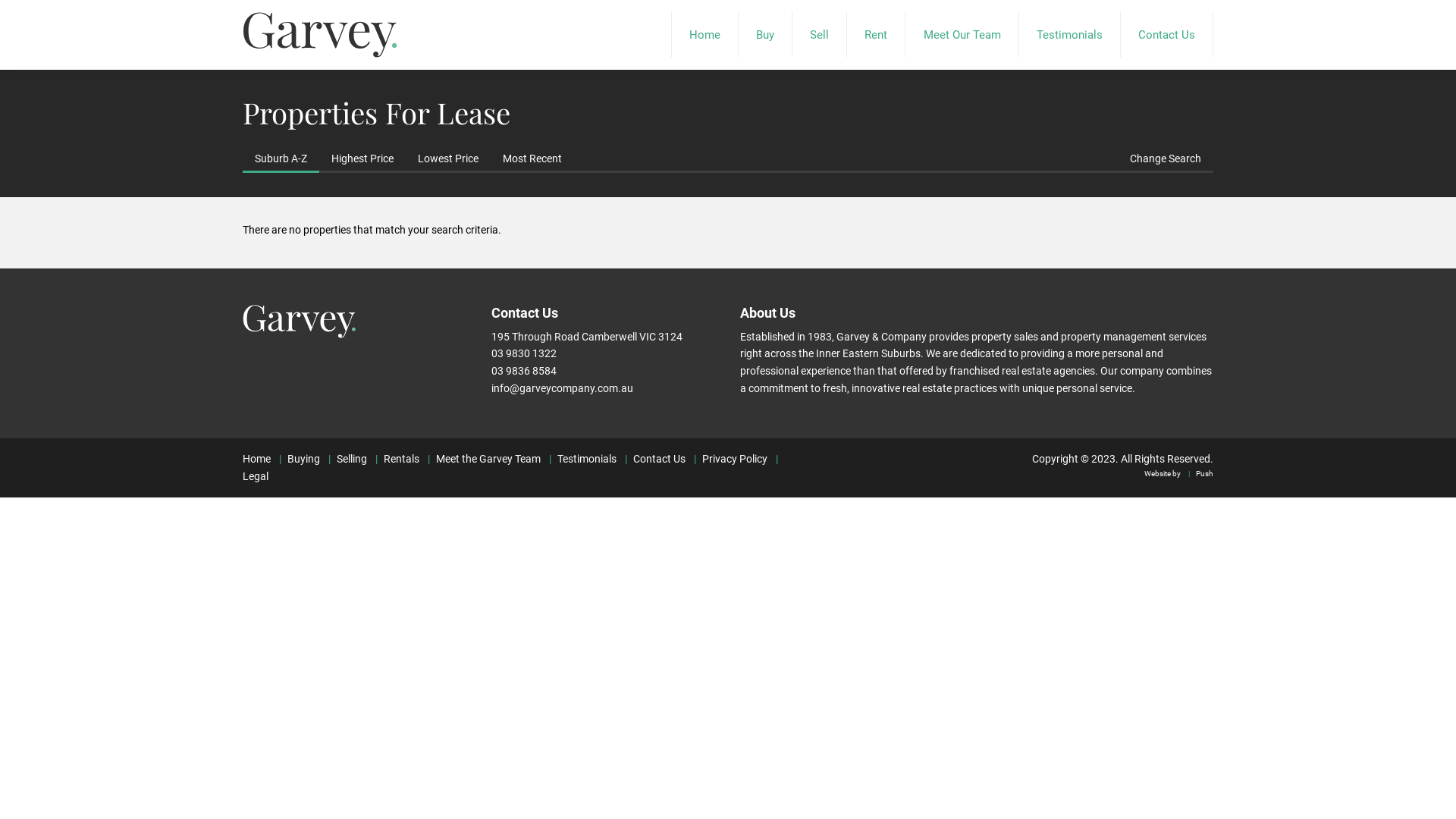 This screenshot has height=819, width=1456. I want to click on 'Sell', so click(818, 34).